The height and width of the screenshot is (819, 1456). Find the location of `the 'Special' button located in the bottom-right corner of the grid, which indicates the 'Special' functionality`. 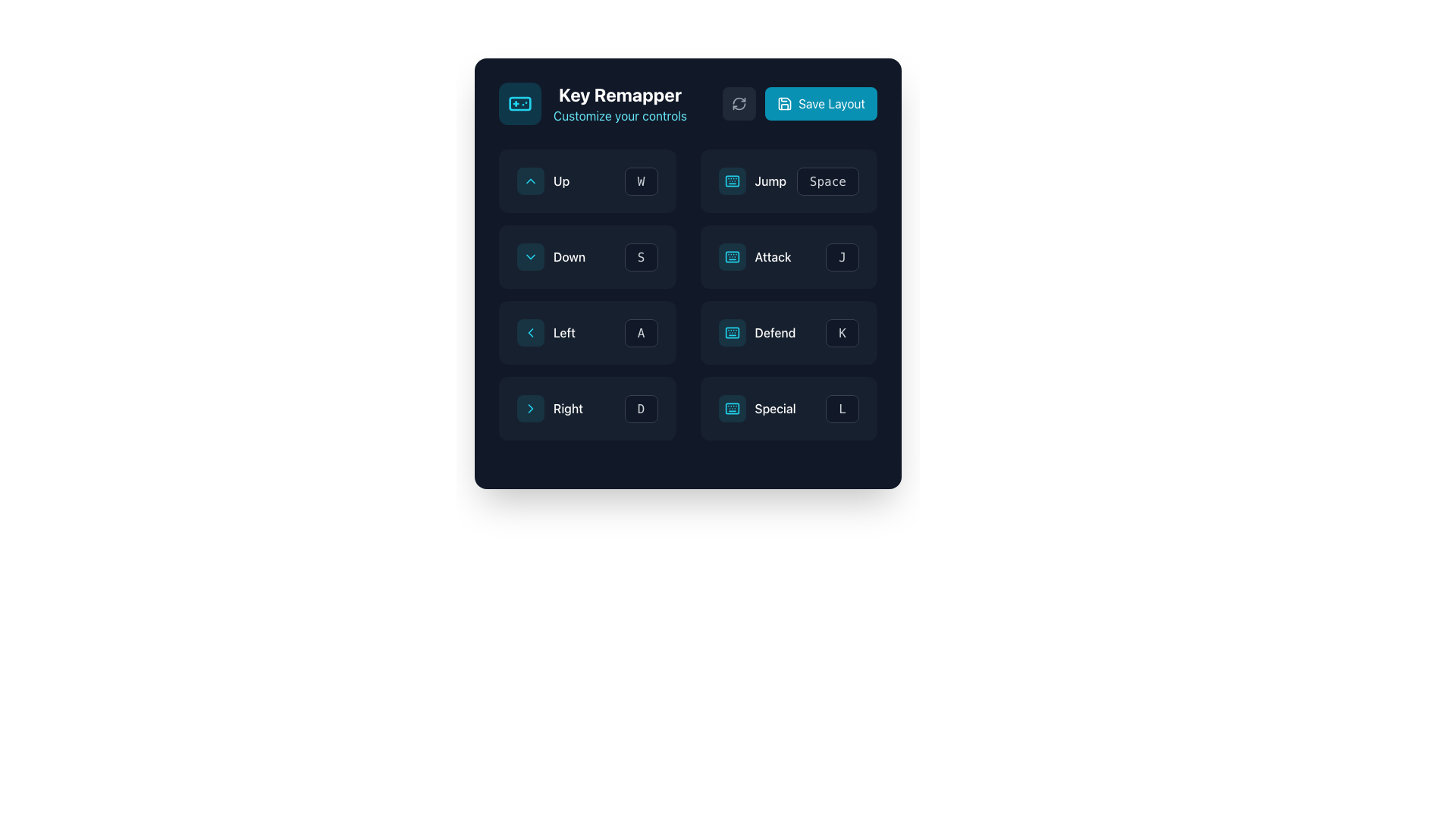

the 'Special' button located in the bottom-right corner of the grid, which indicates the 'Special' functionality is located at coordinates (732, 408).